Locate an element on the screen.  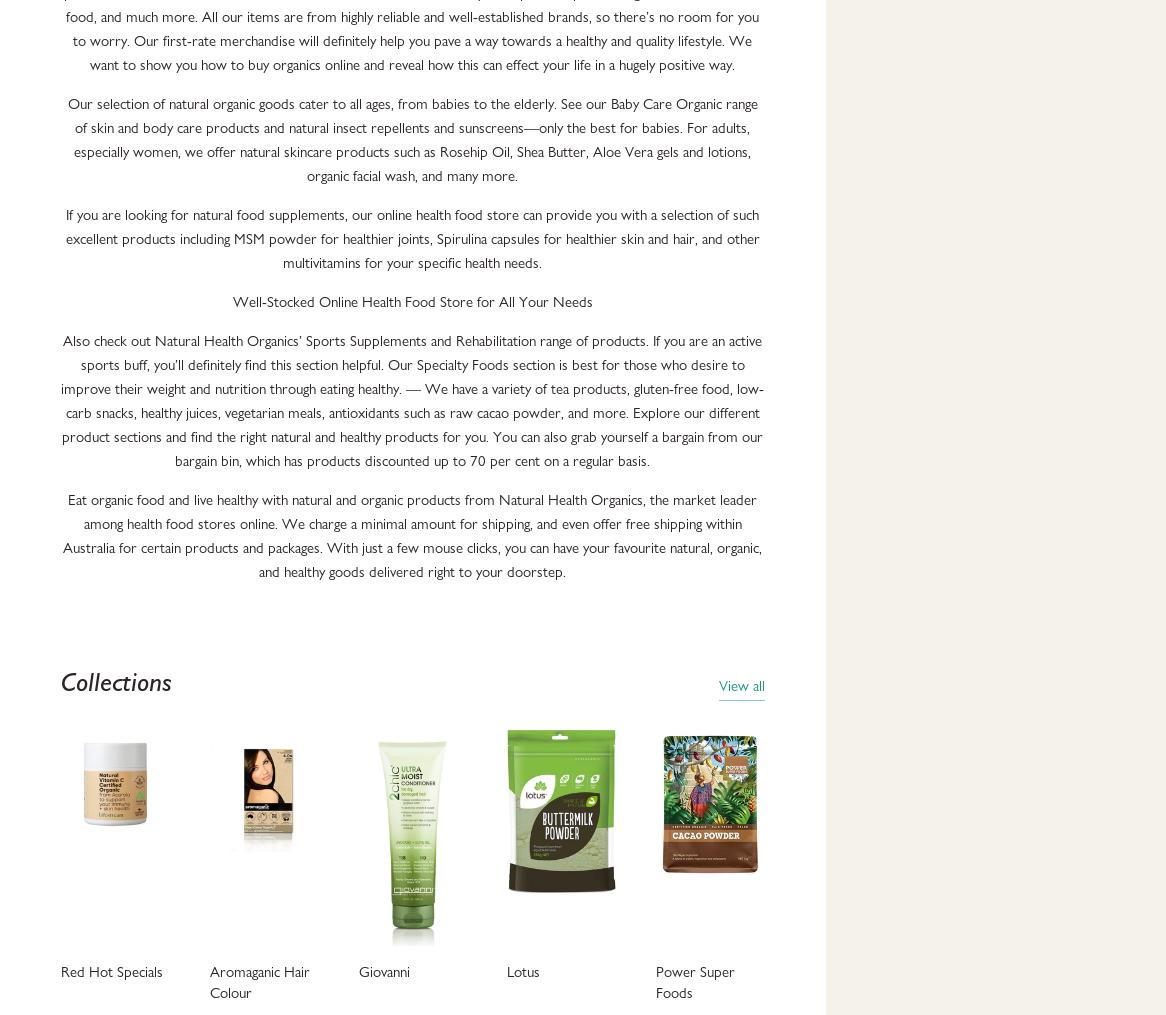
'Well-Stocked Online Health Food Store for All Your Needs' is located at coordinates (410, 300).